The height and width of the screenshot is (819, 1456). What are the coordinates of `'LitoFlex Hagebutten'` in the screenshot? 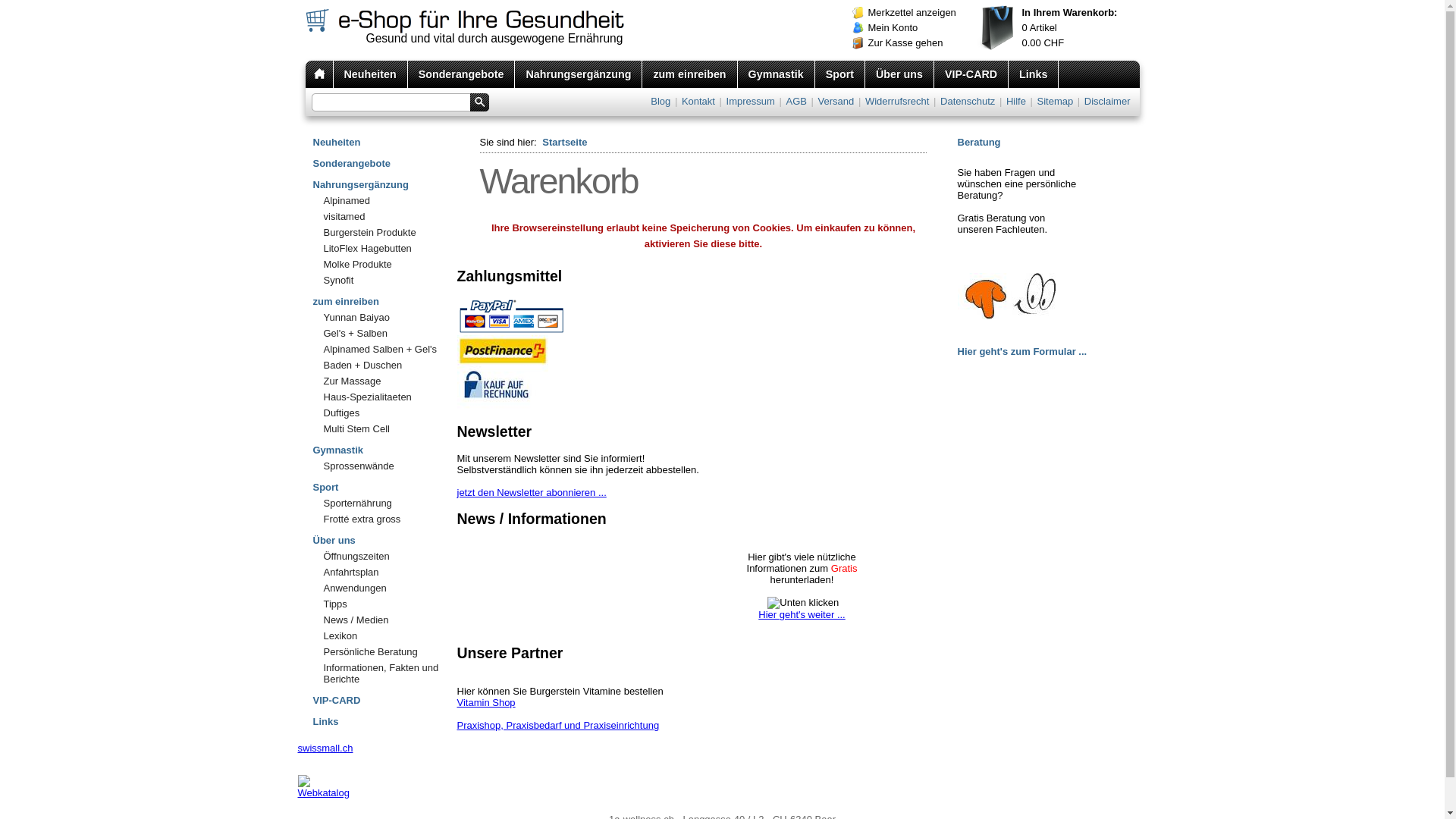 It's located at (384, 247).